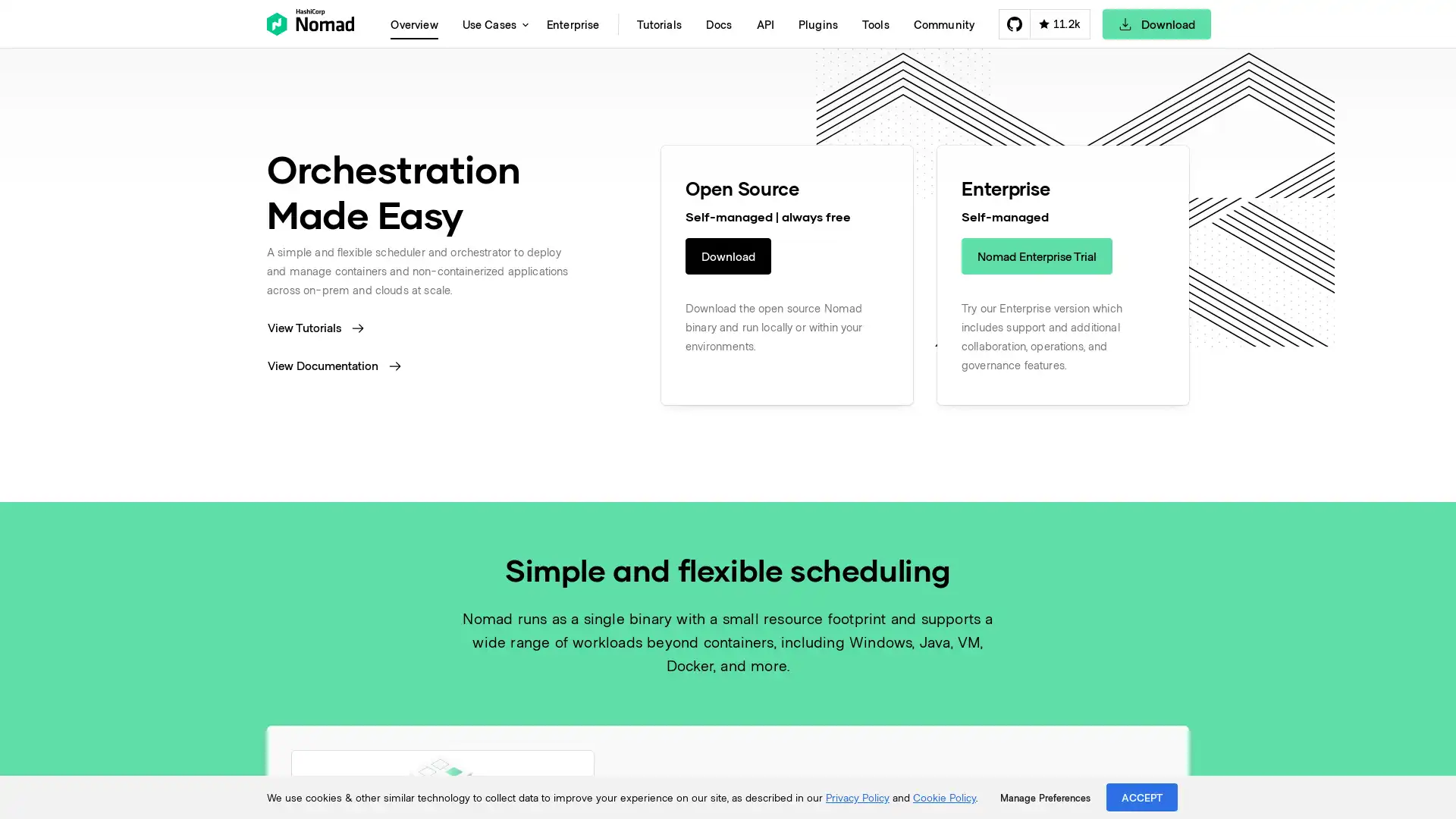 The width and height of the screenshot is (1456, 819). What do you see at coordinates (1142, 796) in the screenshot?
I see `ACCEPT` at bounding box center [1142, 796].